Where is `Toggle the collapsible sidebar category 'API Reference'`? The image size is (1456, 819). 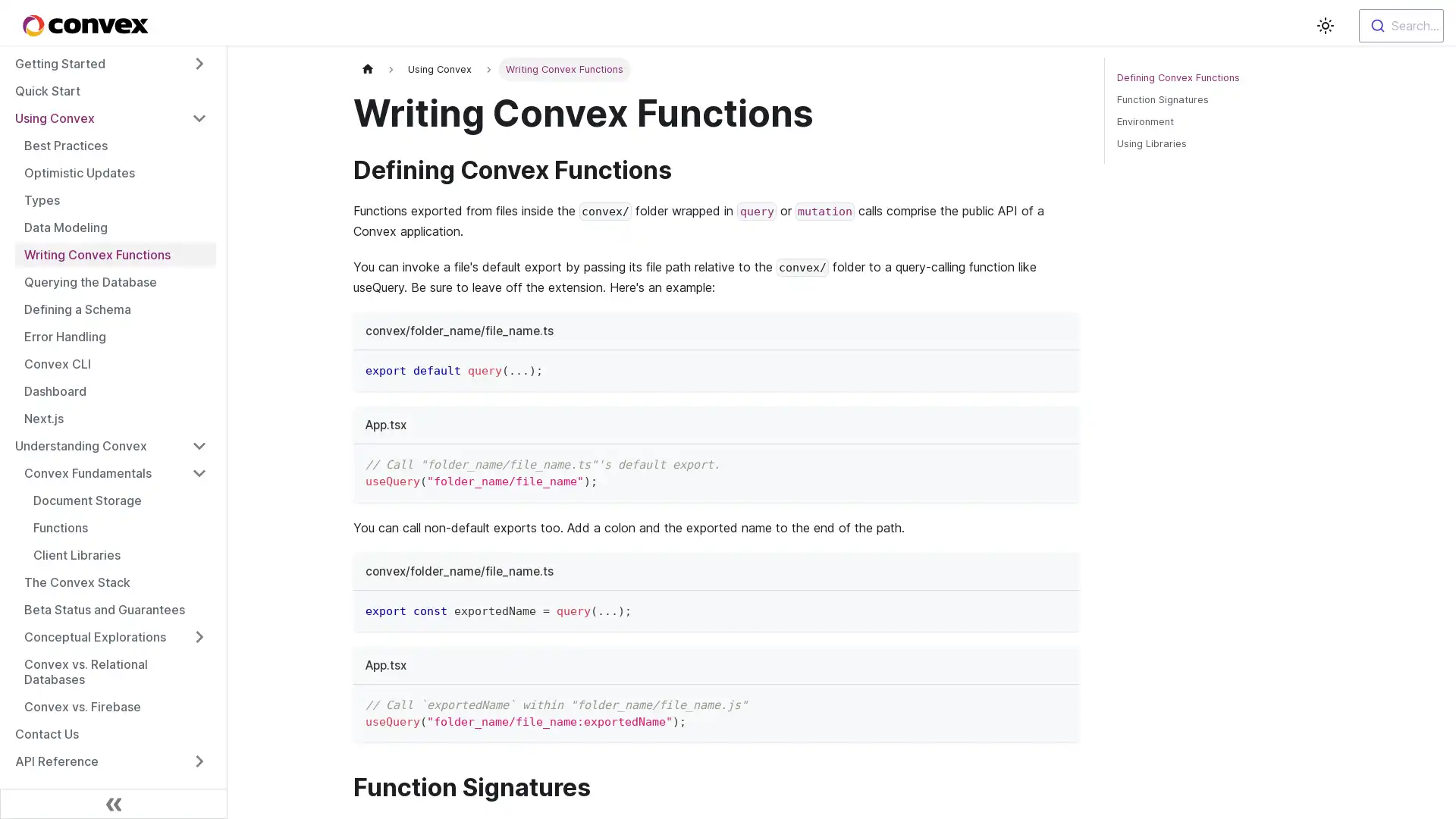
Toggle the collapsible sidebar category 'API Reference' is located at coordinates (199, 761).